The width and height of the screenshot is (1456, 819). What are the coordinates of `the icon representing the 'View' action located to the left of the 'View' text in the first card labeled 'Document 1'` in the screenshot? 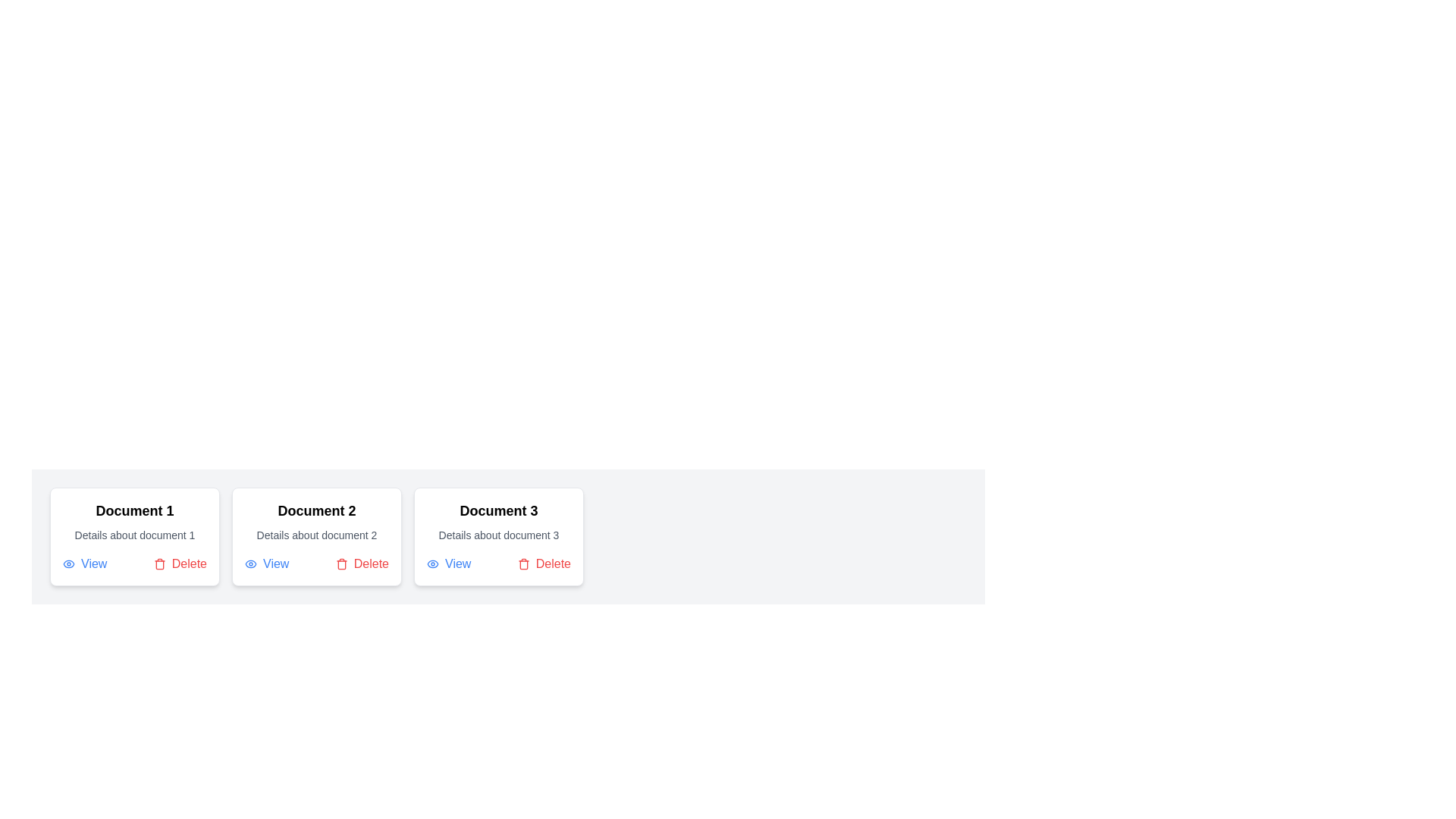 It's located at (68, 564).